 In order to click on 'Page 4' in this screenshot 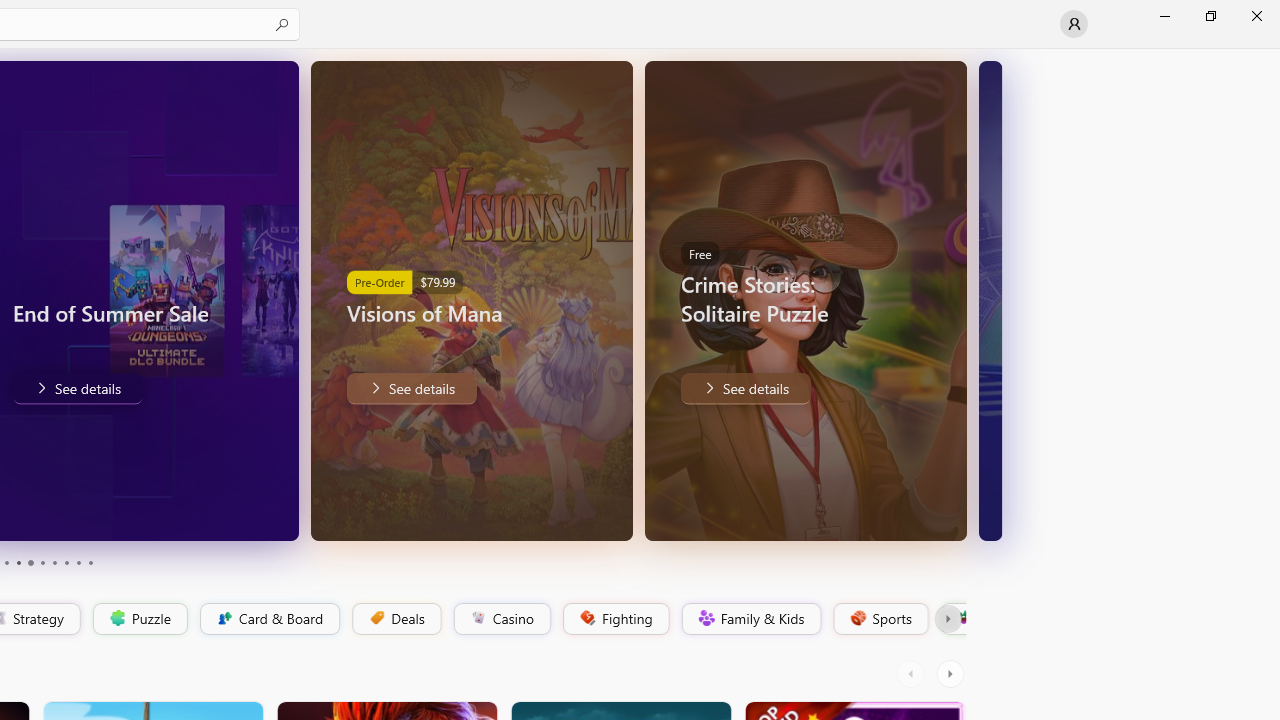, I will do `click(17, 563)`.